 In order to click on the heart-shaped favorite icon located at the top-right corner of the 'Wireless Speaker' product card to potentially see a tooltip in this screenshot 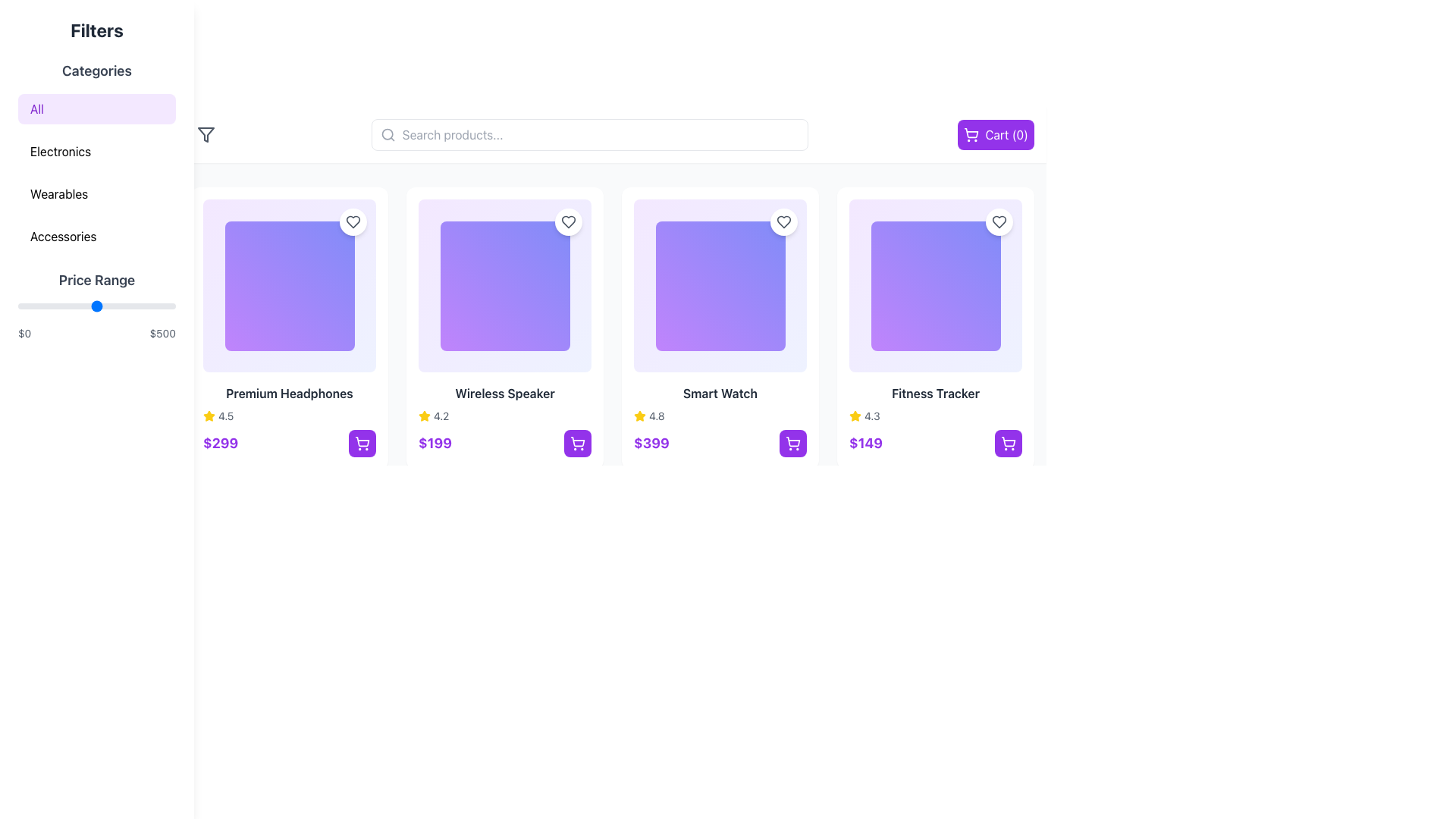, I will do `click(352, 222)`.